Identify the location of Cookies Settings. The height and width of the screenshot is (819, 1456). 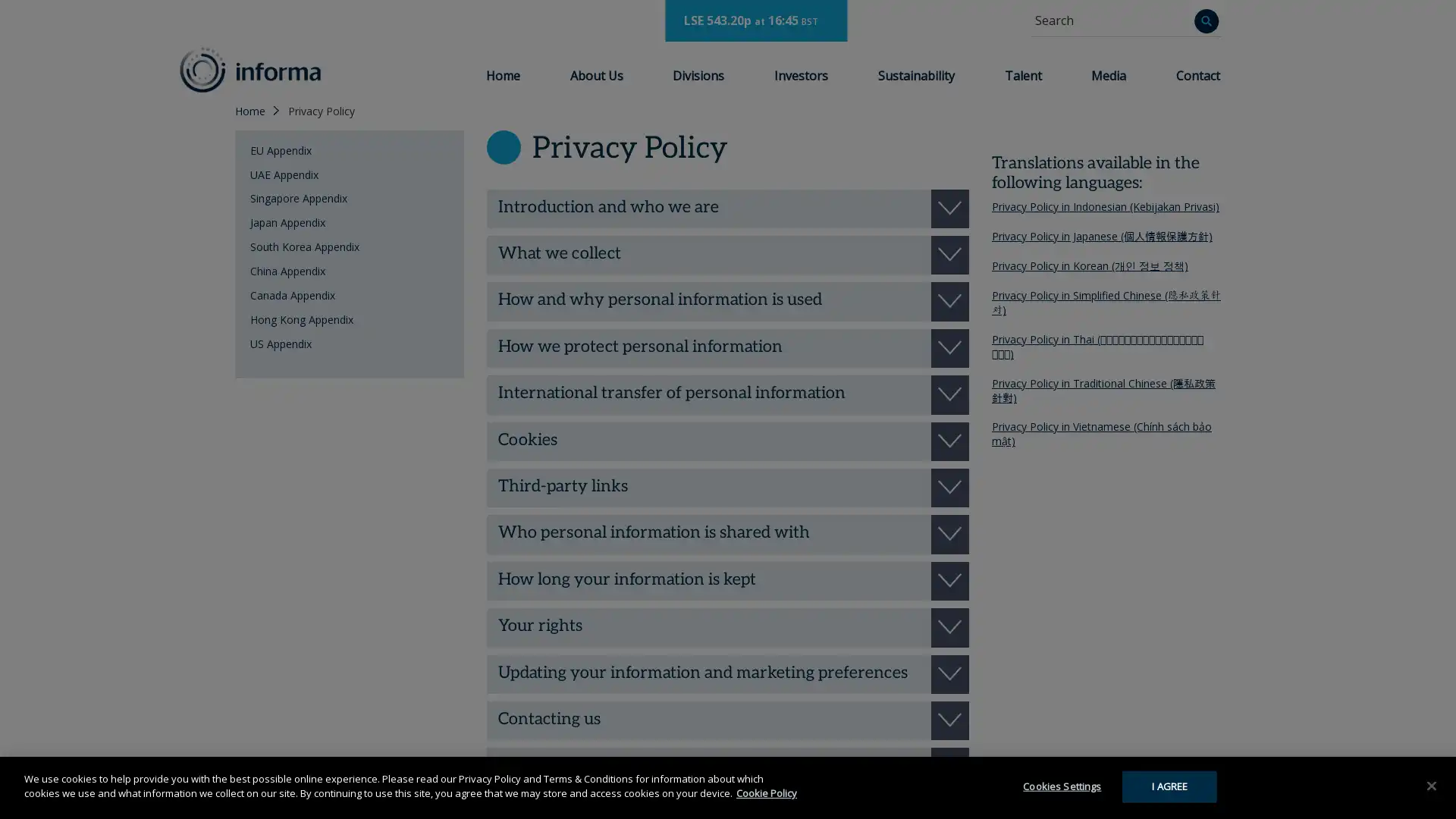
(1061, 786).